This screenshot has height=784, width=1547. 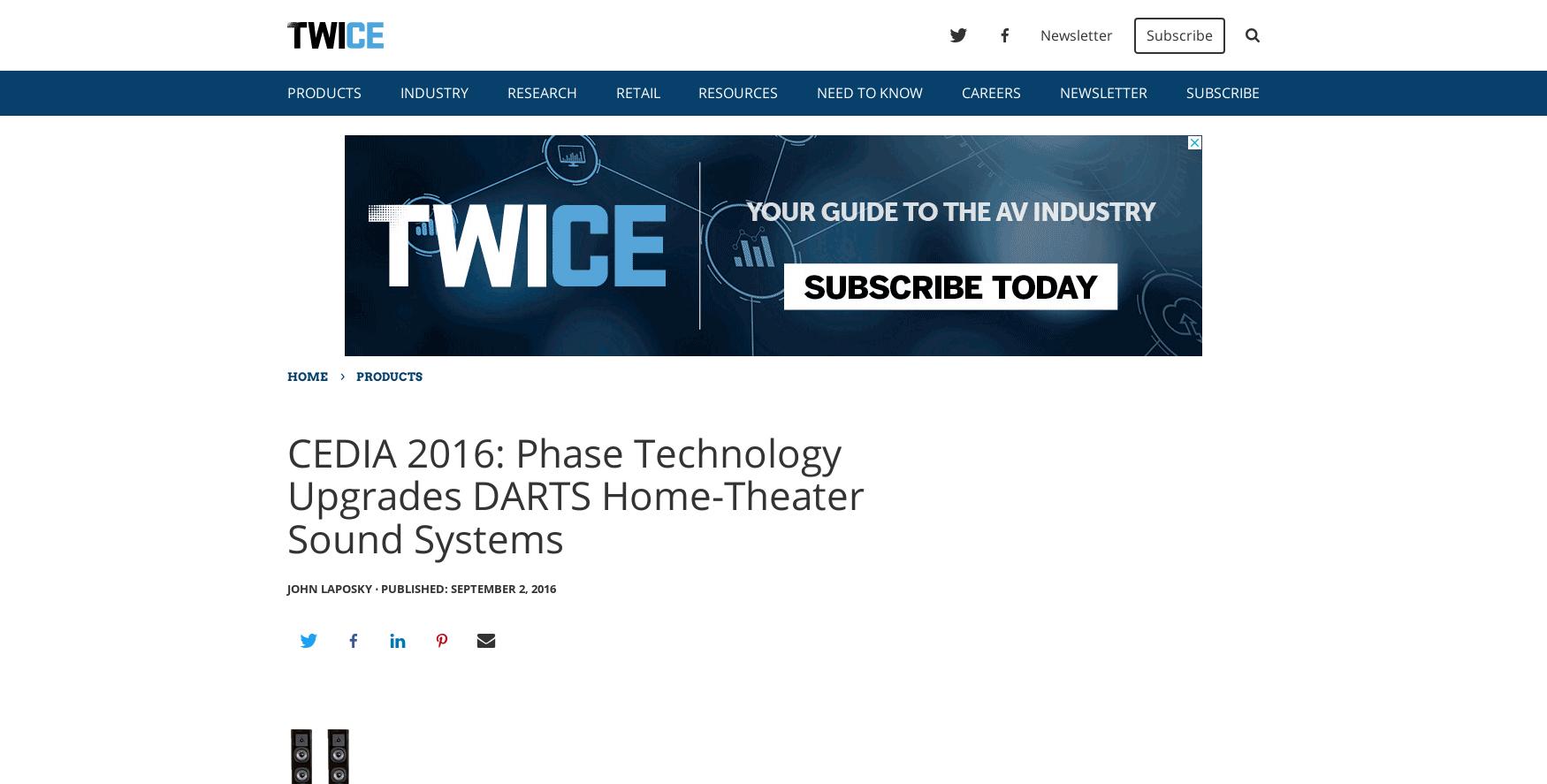 What do you see at coordinates (870, 93) in the screenshot?
I see `'Need to Know'` at bounding box center [870, 93].